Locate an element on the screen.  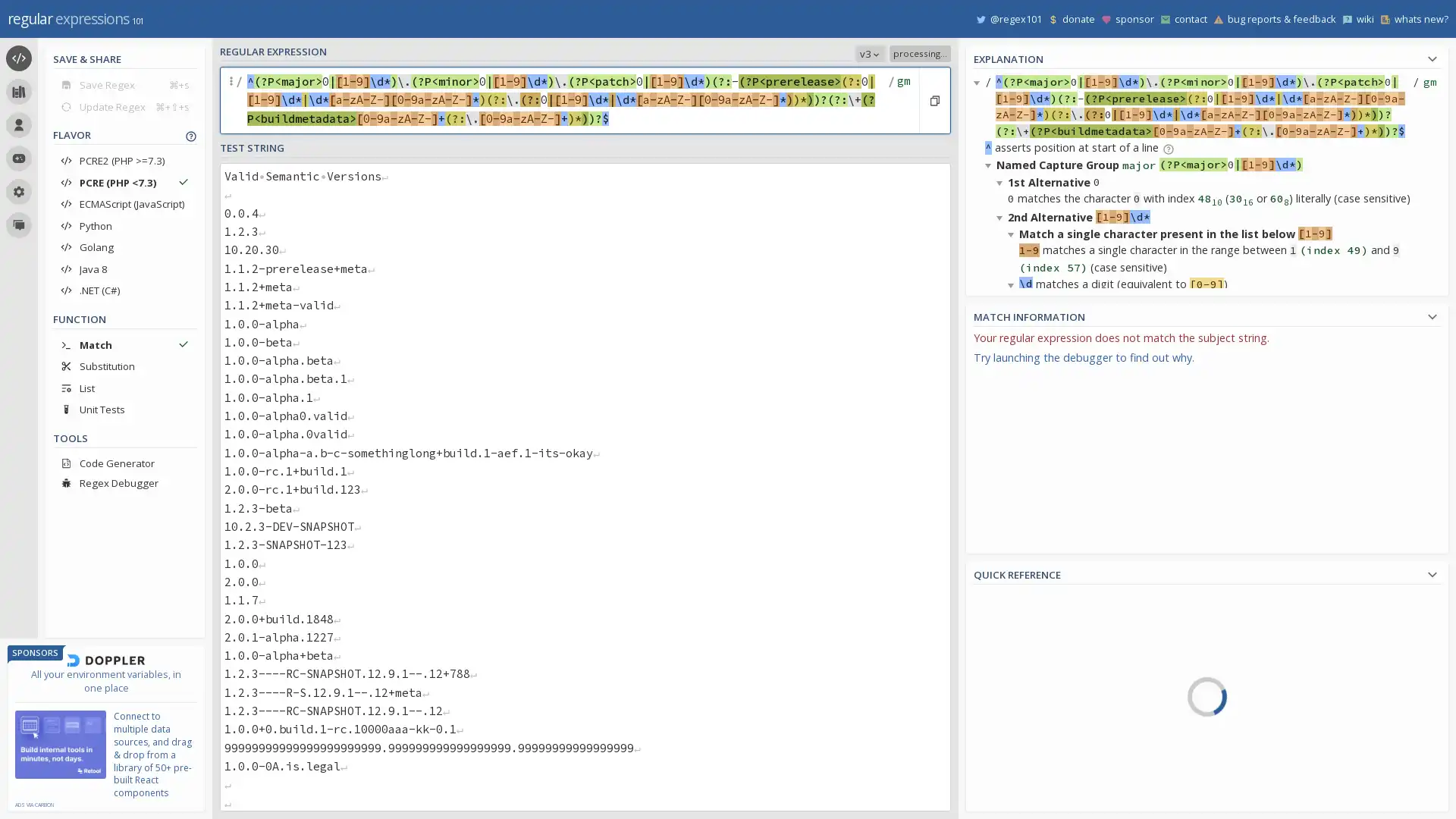
Collapse Subtree is located at coordinates (1013, 611).